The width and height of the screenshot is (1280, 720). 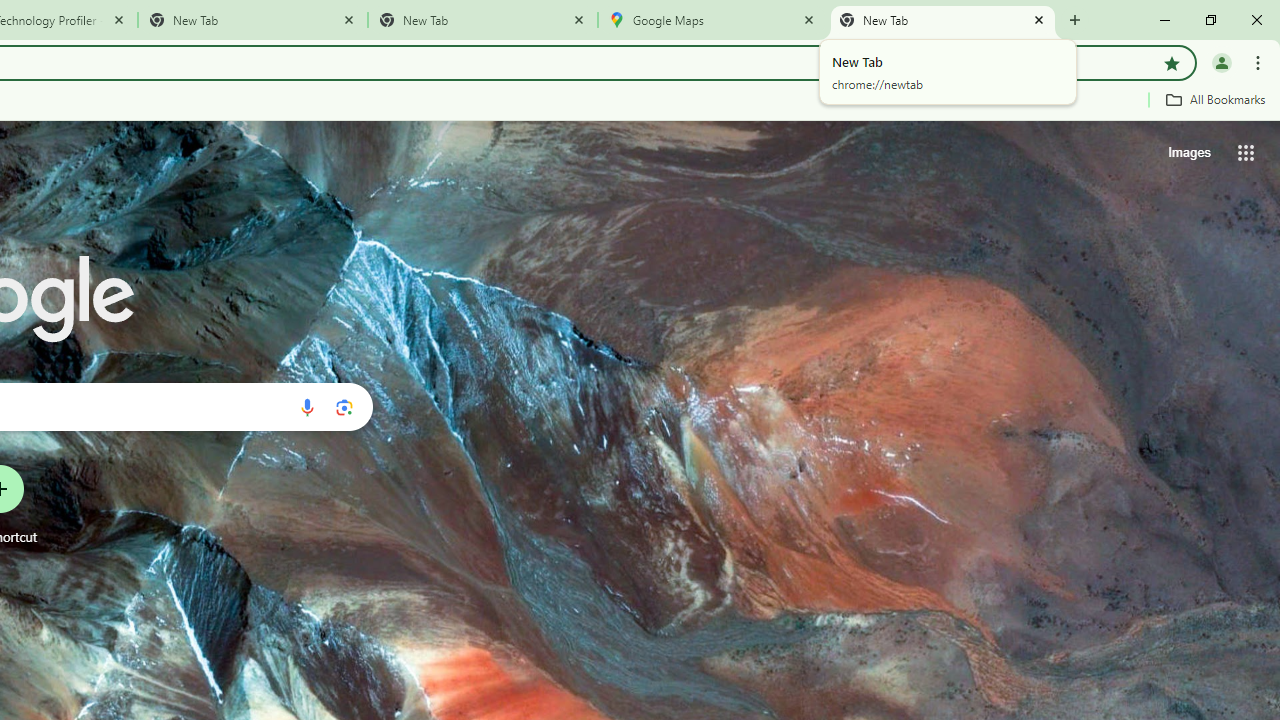 I want to click on 'New Tab', so click(x=942, y=20).